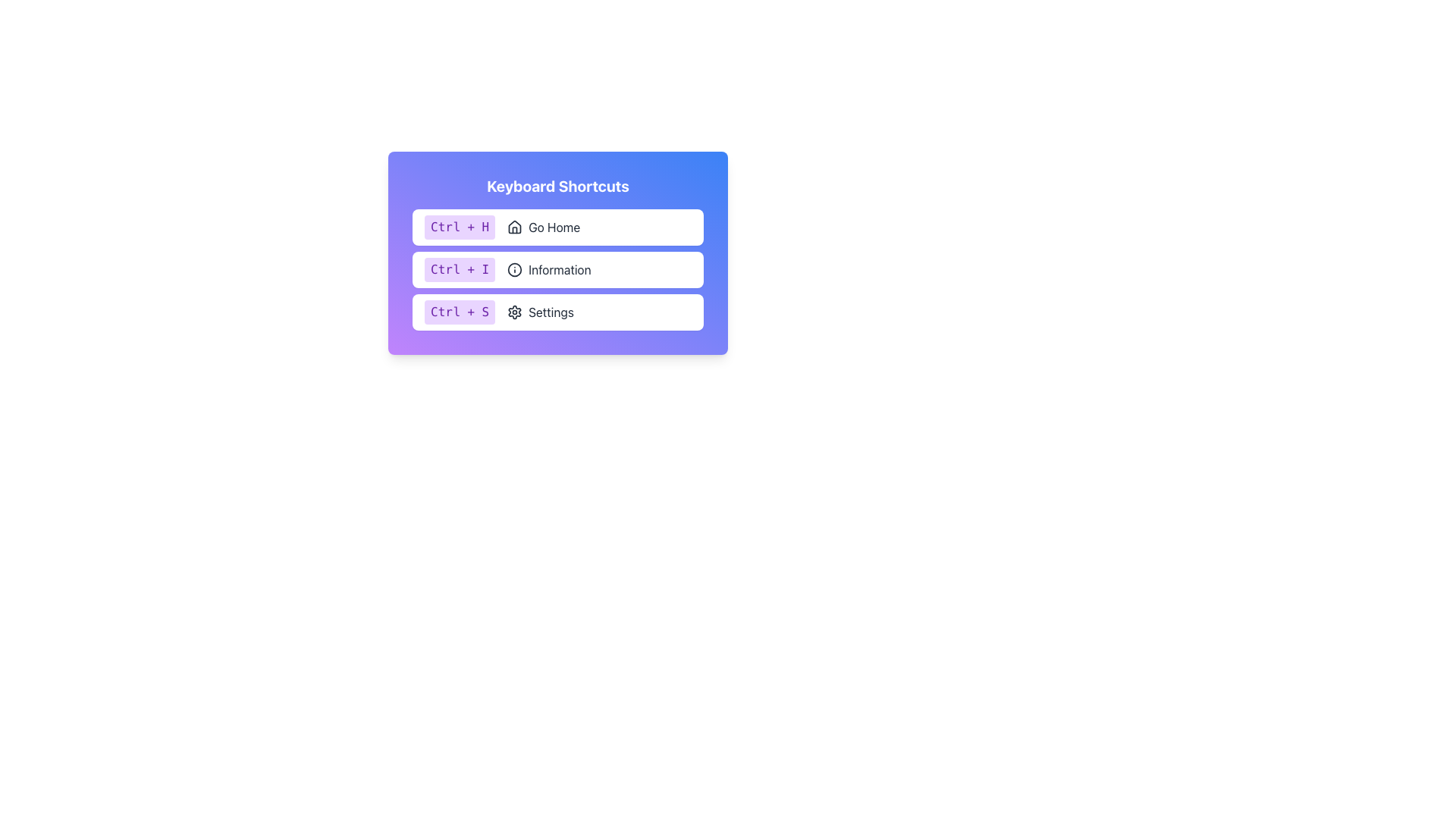 The height and width of the screenshot is (819, 1456). What do you see at coordinates (459, 227) in the screenshot?
I see `the keyboard shortcut text label indicating 'Ctrl + H'` at bounding box center [459, 227].